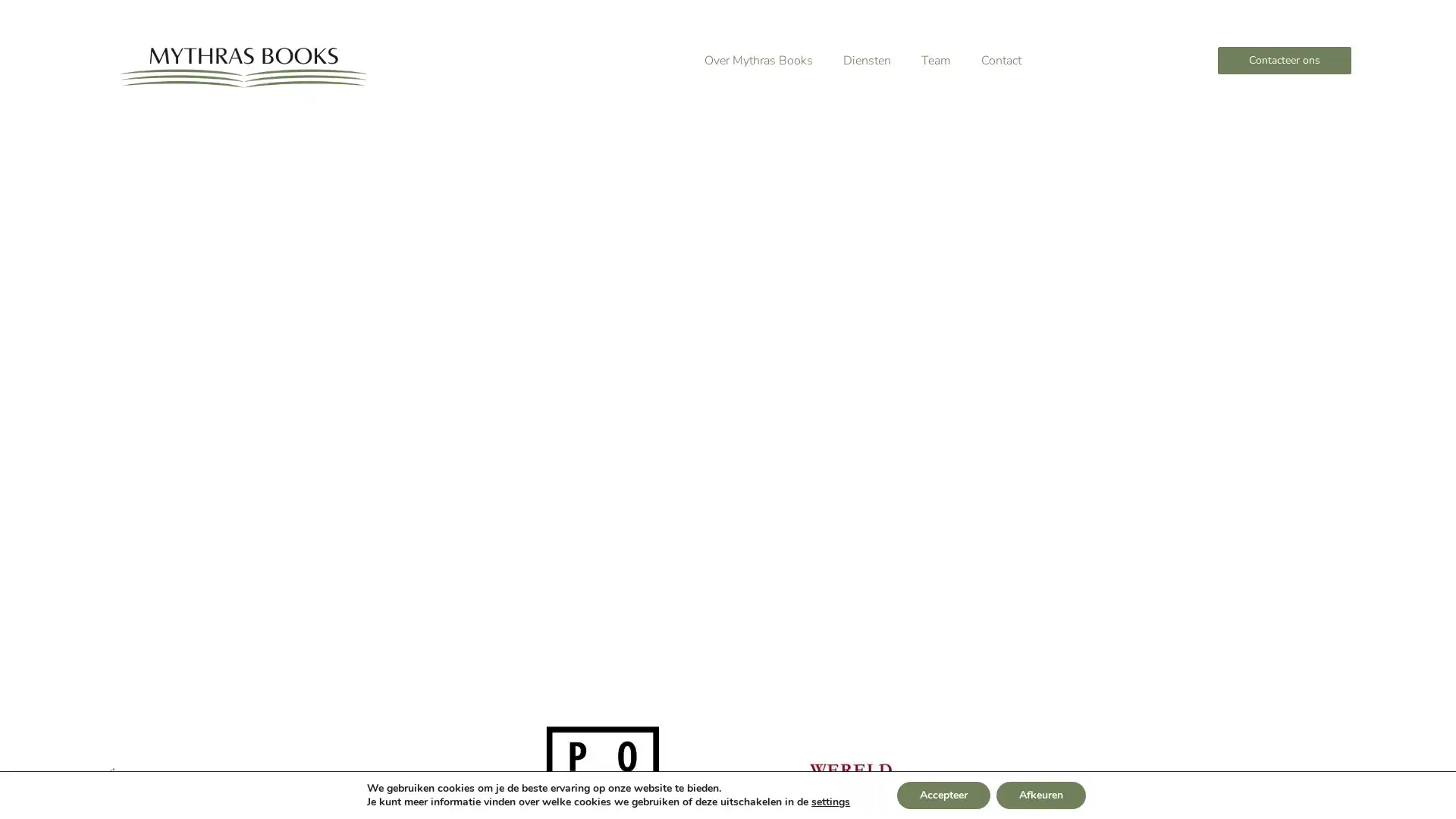 The width and height of the screenshot is (1456, 819). What do you see at coordinates (1040, 795) in the screenshot?
I see `Afkeuren` at bounding box center [1040, 795].